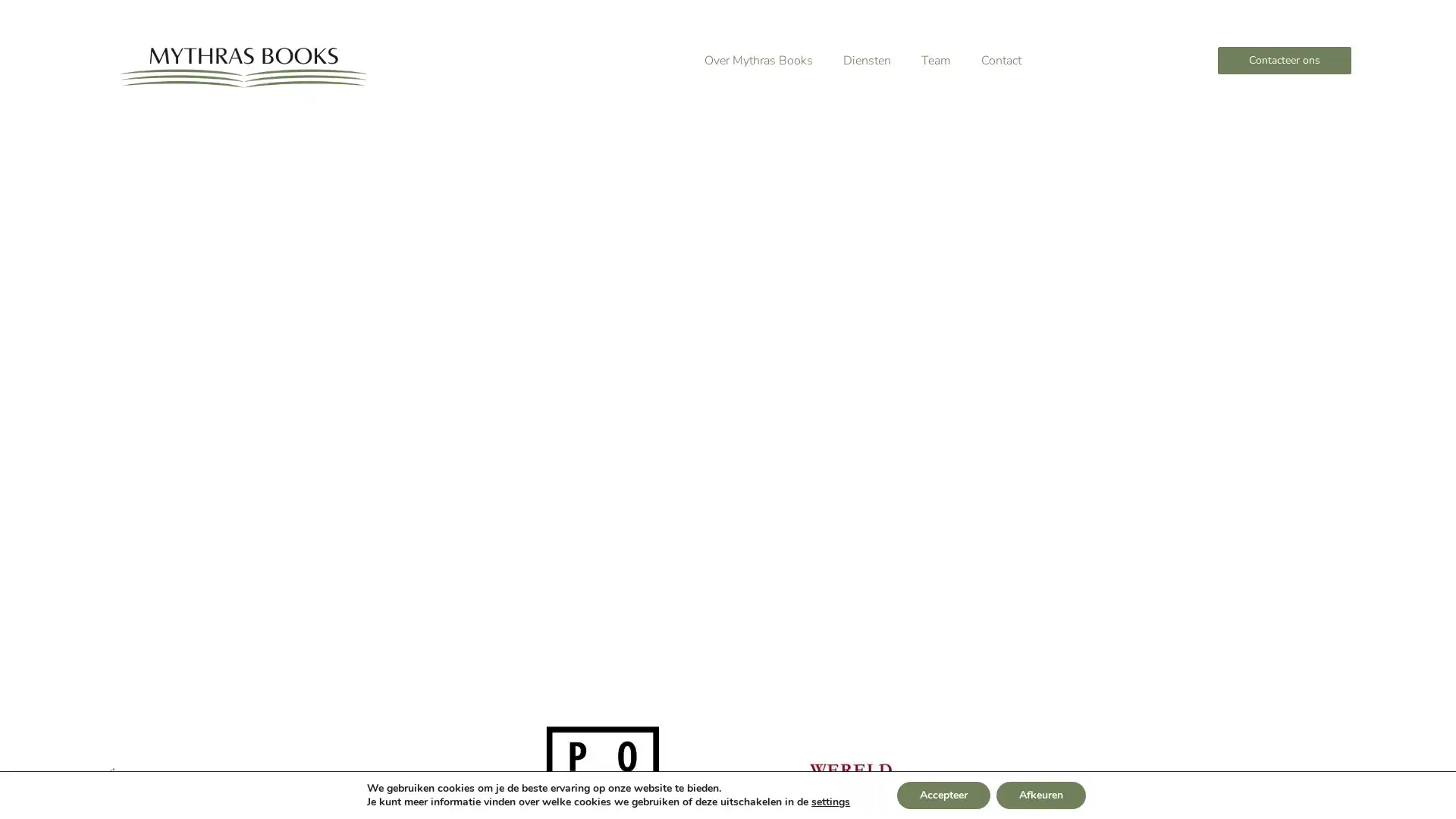 The width and height of the screenshot is (1456, 819). What do you see at coordinates (1040, 795) in the screenshot?
I see `Afkeuren` at bounding box center [1040, 795].